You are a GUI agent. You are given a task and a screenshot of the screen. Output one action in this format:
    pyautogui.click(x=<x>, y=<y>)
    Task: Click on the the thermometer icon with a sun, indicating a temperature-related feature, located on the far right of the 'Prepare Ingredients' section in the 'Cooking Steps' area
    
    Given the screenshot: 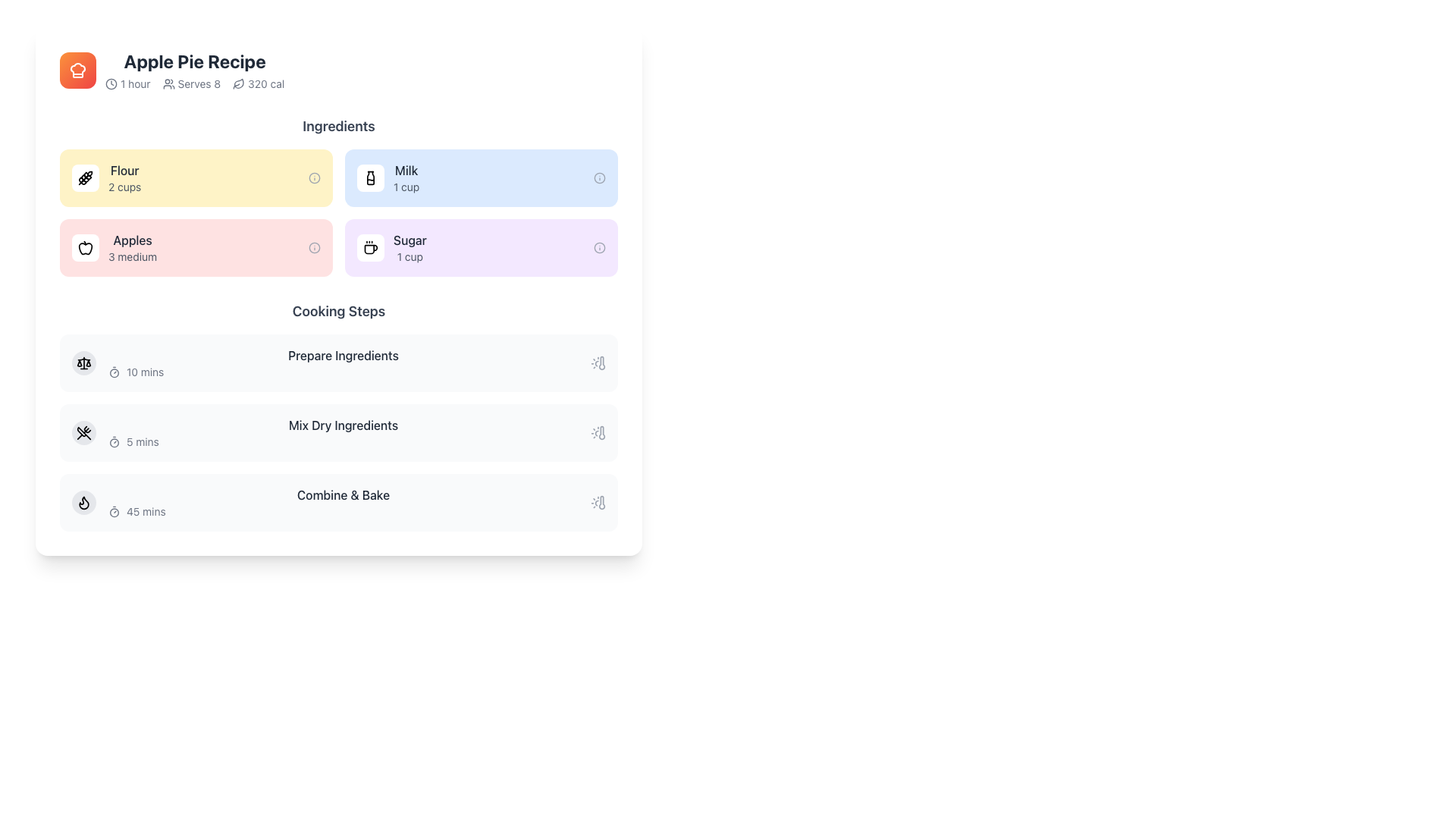 What is the action you would take?
    pyautogui.click(x=597, y=362)
    